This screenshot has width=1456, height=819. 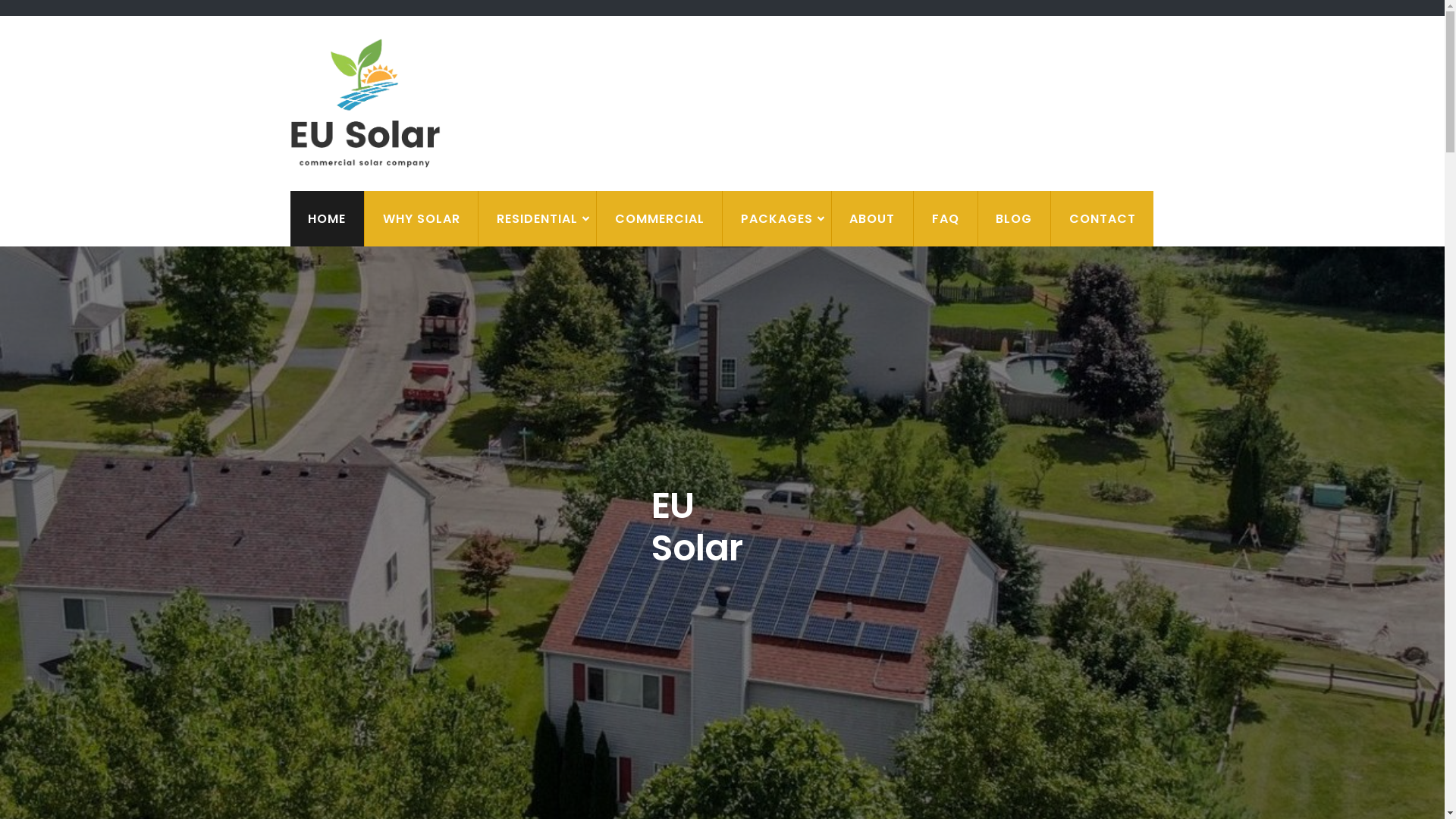 I want to click on 'COMMERCIAL', so click(x=659, y=218).